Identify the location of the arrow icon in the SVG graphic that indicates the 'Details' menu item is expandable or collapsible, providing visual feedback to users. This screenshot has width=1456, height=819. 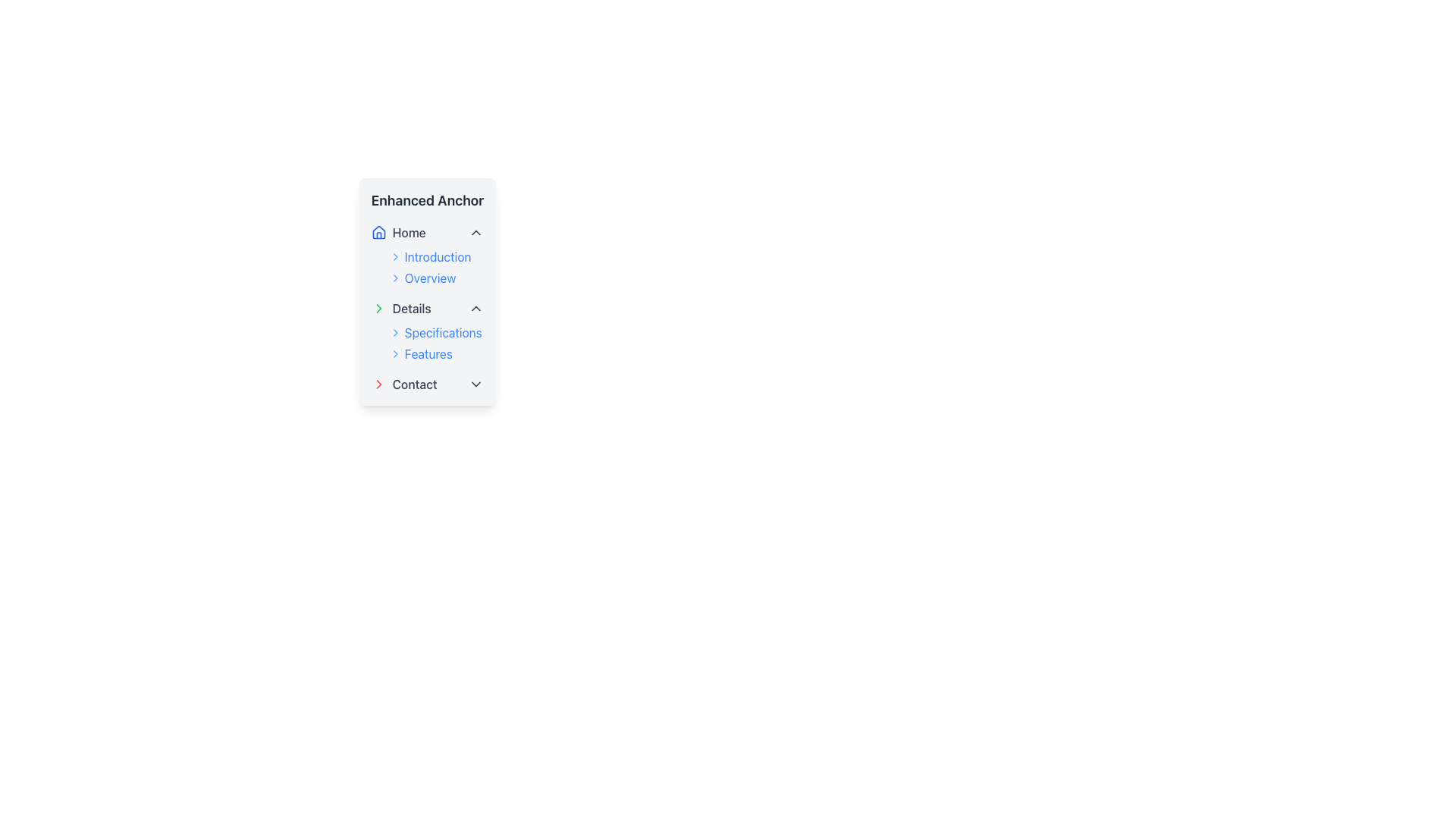
(378, 308).